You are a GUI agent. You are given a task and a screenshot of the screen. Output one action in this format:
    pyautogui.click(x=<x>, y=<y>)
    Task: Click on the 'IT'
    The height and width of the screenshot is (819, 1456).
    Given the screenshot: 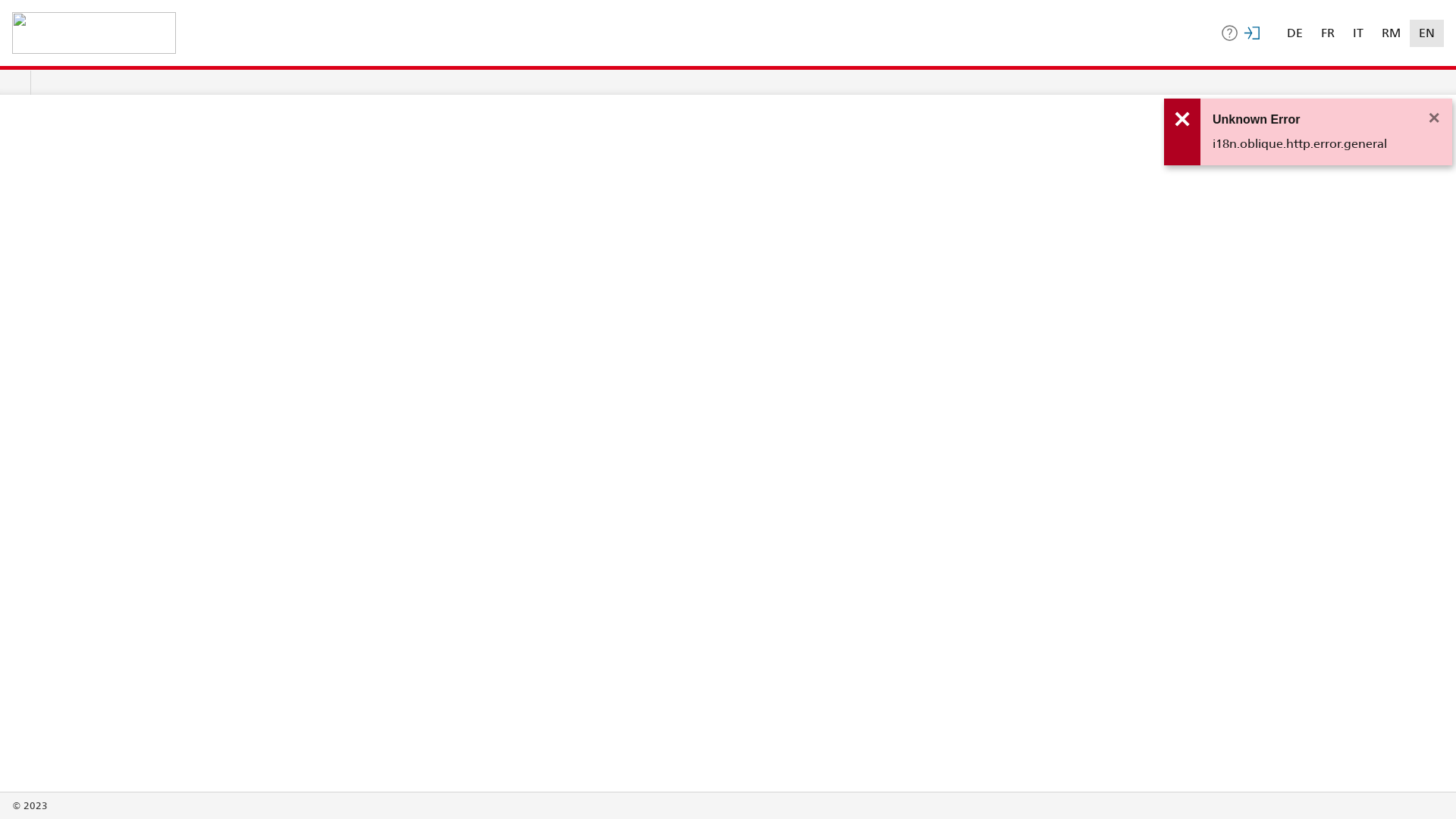 What is the action you would take?
    pyautogui.click(x=1357, y=33)
    